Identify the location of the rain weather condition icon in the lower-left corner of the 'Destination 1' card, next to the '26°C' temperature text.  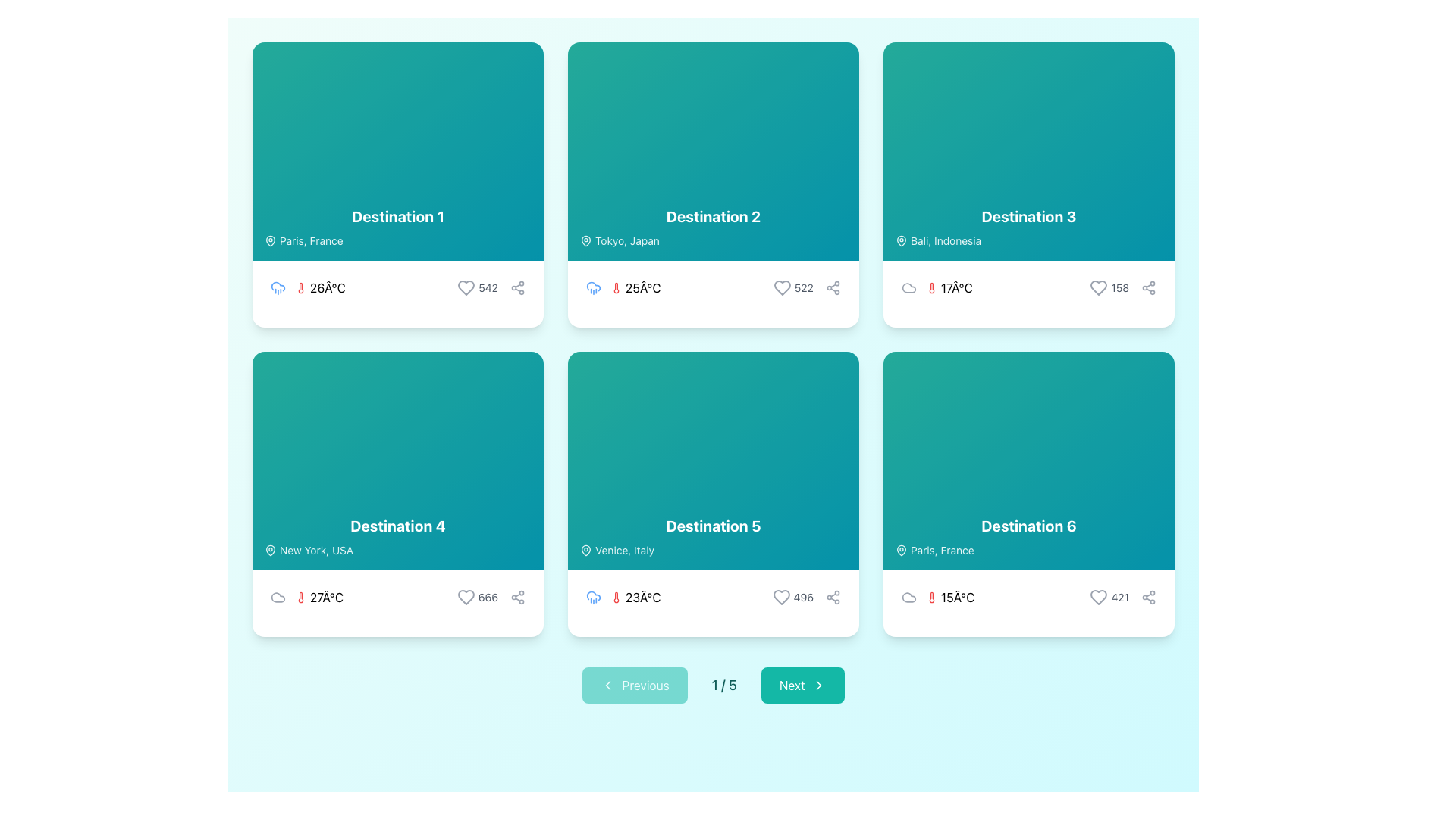
(592, 287).